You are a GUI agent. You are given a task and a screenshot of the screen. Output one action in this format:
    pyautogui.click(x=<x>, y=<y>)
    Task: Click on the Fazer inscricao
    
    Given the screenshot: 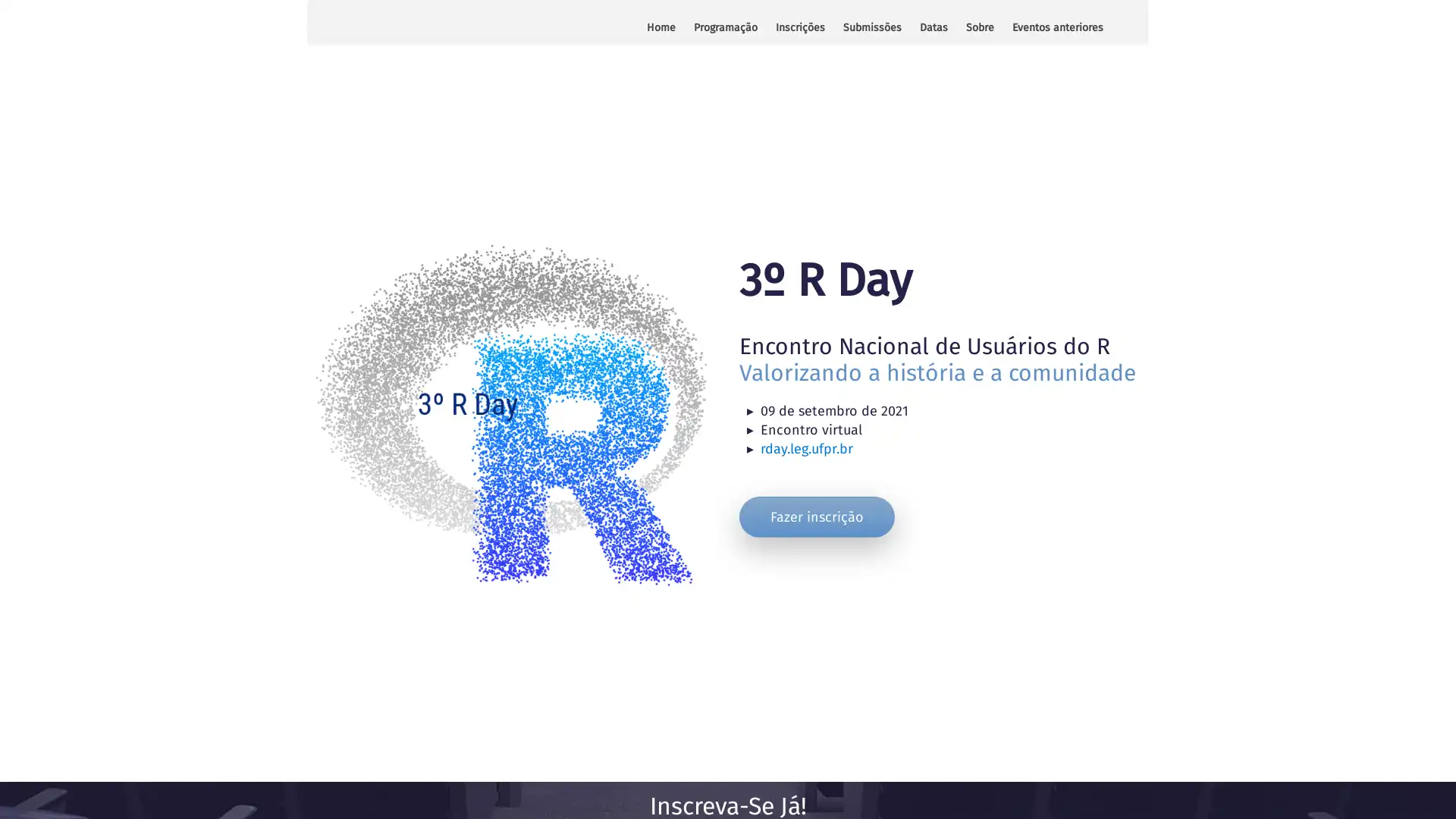 What is the action you would take?
    pyautogui.click(x=816, y=516)
    